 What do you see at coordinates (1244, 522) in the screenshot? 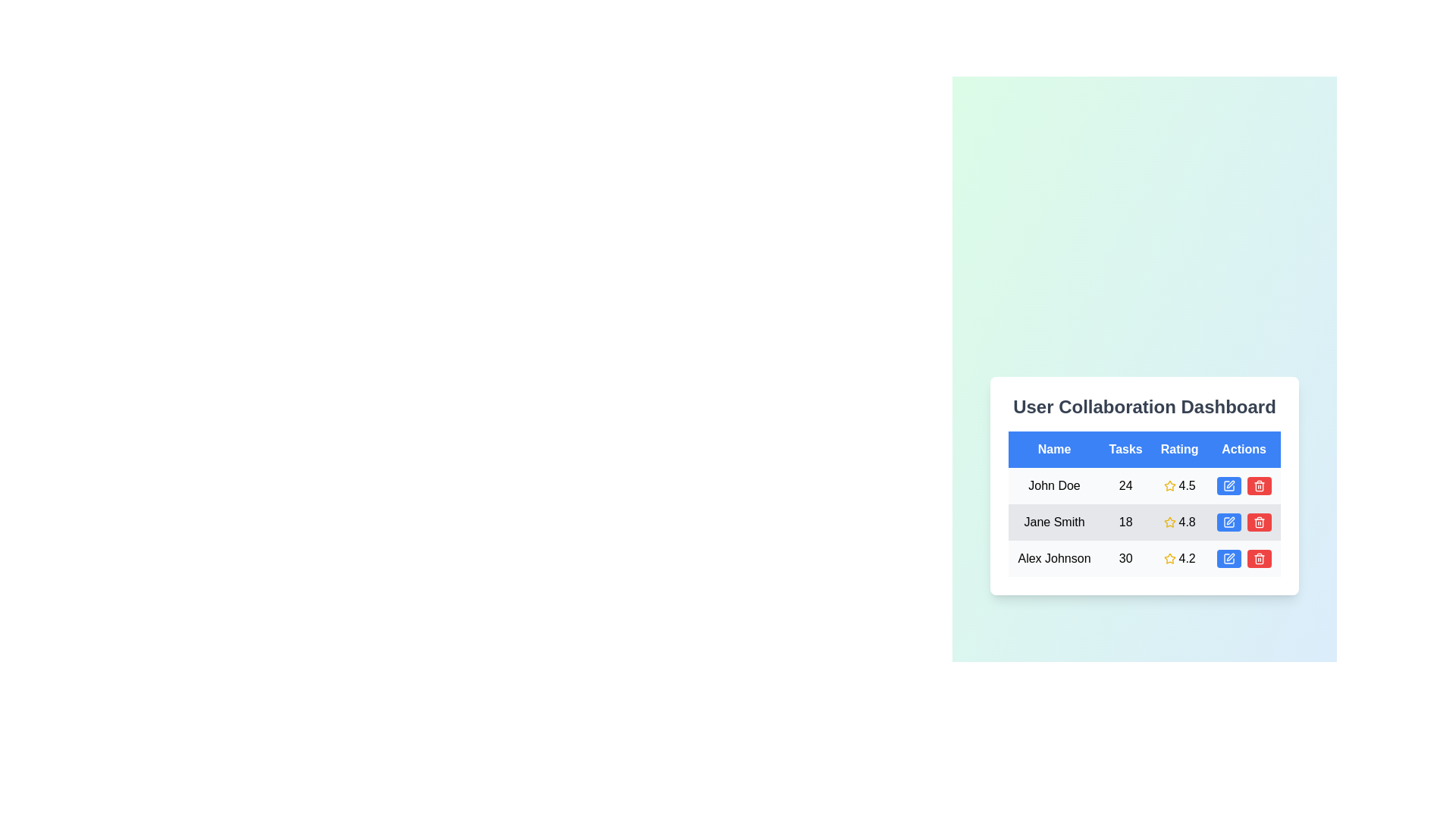
I see `the button group in the 'Actions' column of the second row for 'Jane Smith' in the 'User Collaboration Dashboard' to observe hover effects` at bounding box center [1244, 522].